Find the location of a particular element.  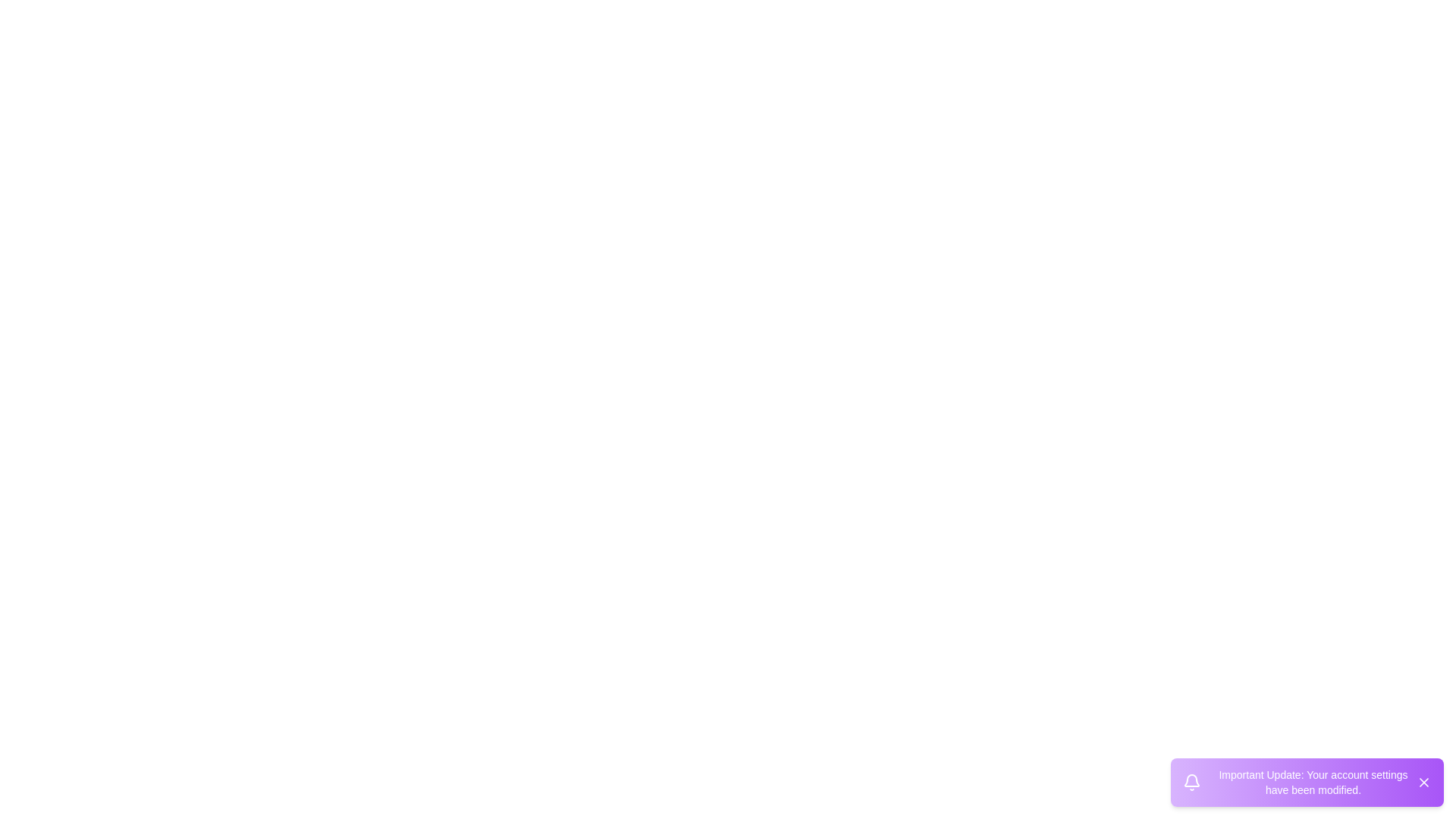

the notification icon to observe its representation is located at coordinates (1191, 783).